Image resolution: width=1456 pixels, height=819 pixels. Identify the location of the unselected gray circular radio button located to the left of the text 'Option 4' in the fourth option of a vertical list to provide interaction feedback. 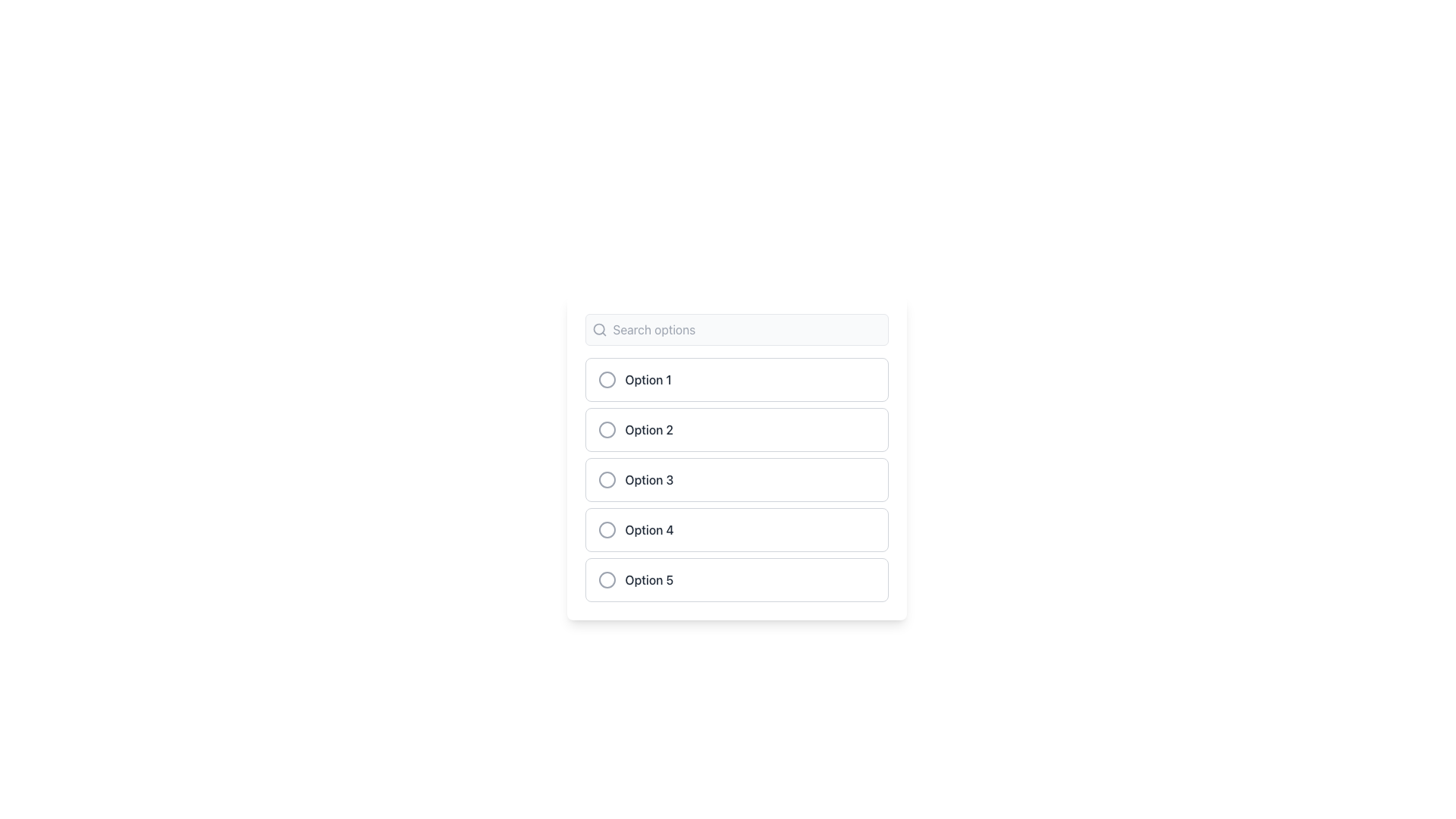
(607, 529).